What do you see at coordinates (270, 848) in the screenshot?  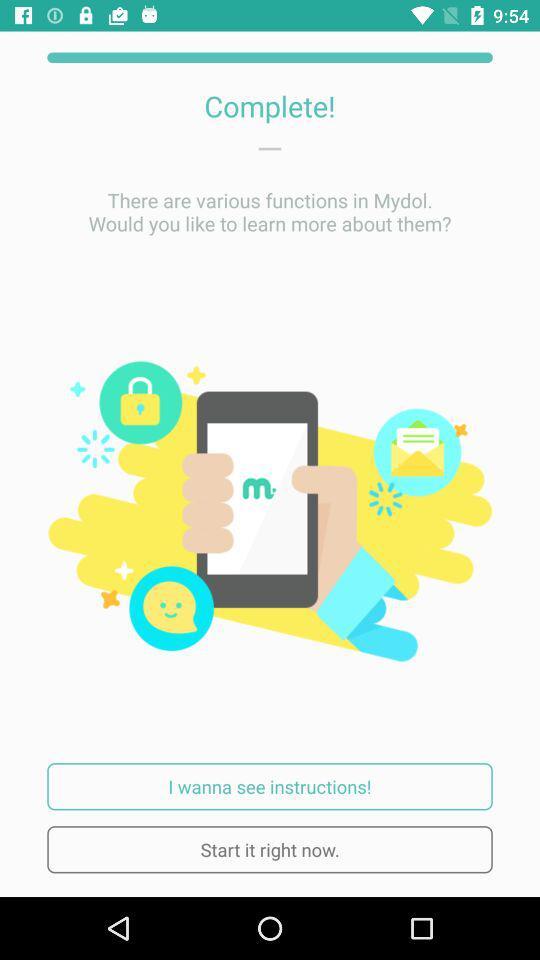 I see `the start it right icon` at bounding box center [270, 848].